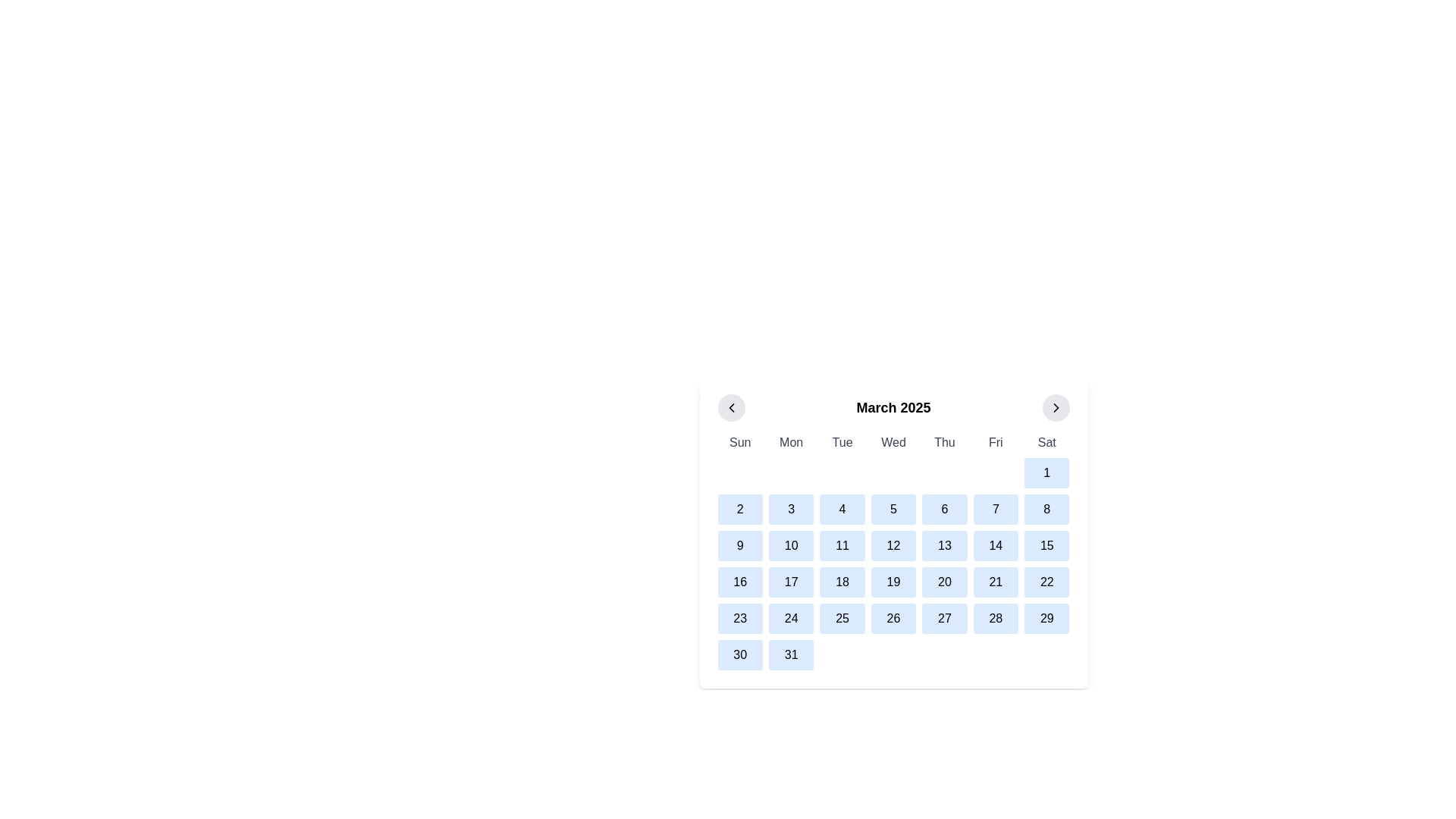  Describe the element at coordinates (996, 442) in the screenshot. I see `the text label displaying 'Fri' in the calendar grid, which is styled in gray and located above the date buttons` at that location.